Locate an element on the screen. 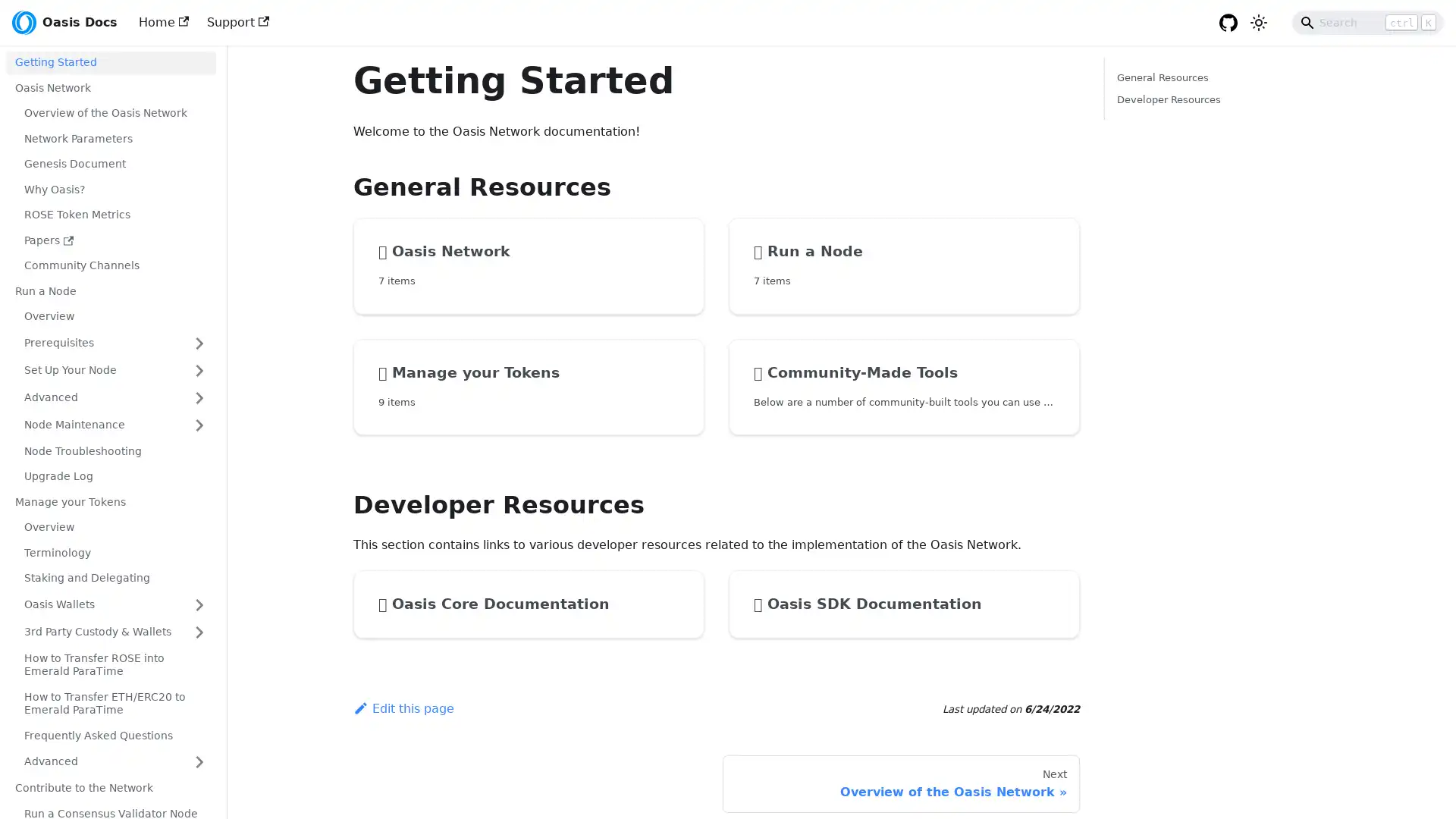 This screenshot has height=819, width=1456. Toggle the collapsible sidebar category 'Prerequisites' is located at coordinates (199, 342).